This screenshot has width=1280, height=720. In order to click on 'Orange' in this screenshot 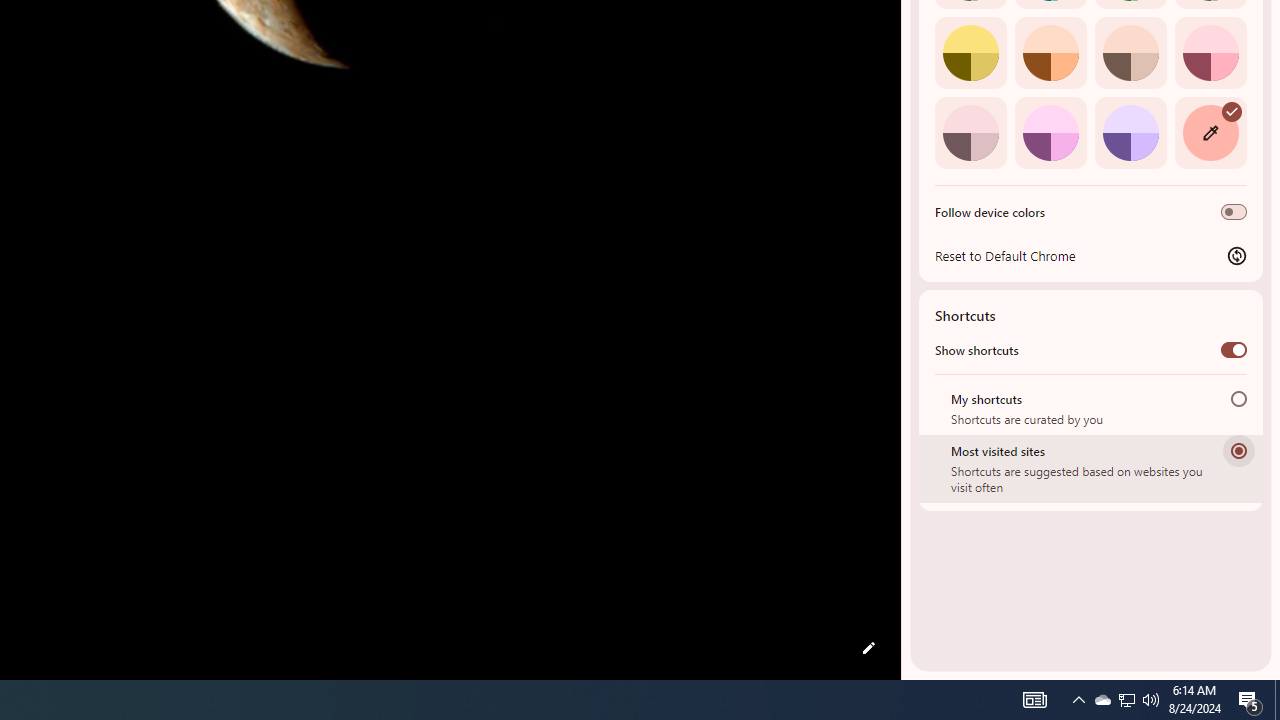, I will do `click(1049, 51)`.